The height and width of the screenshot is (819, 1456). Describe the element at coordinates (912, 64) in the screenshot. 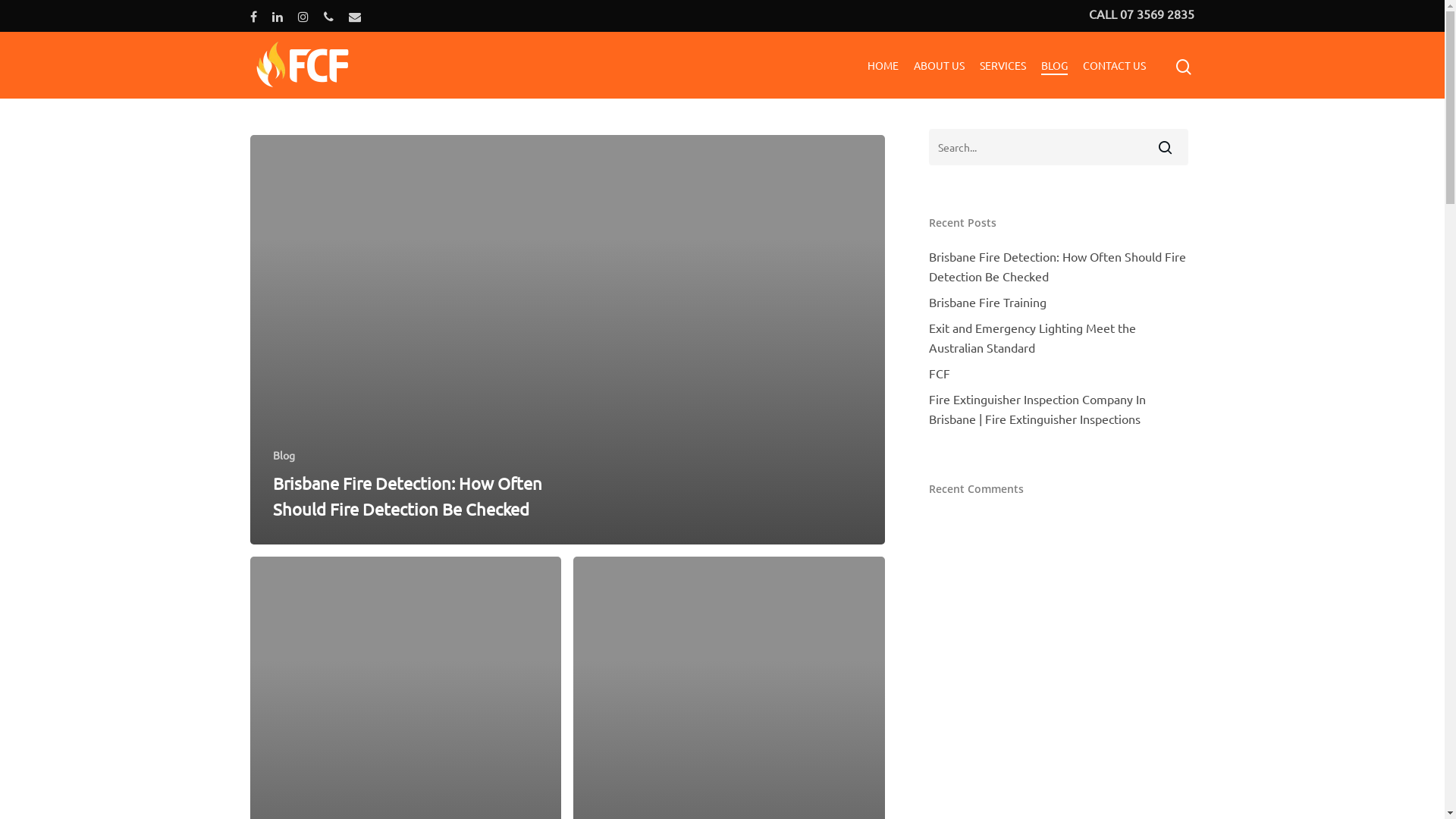

I see `'ABOUT US'` at that location.